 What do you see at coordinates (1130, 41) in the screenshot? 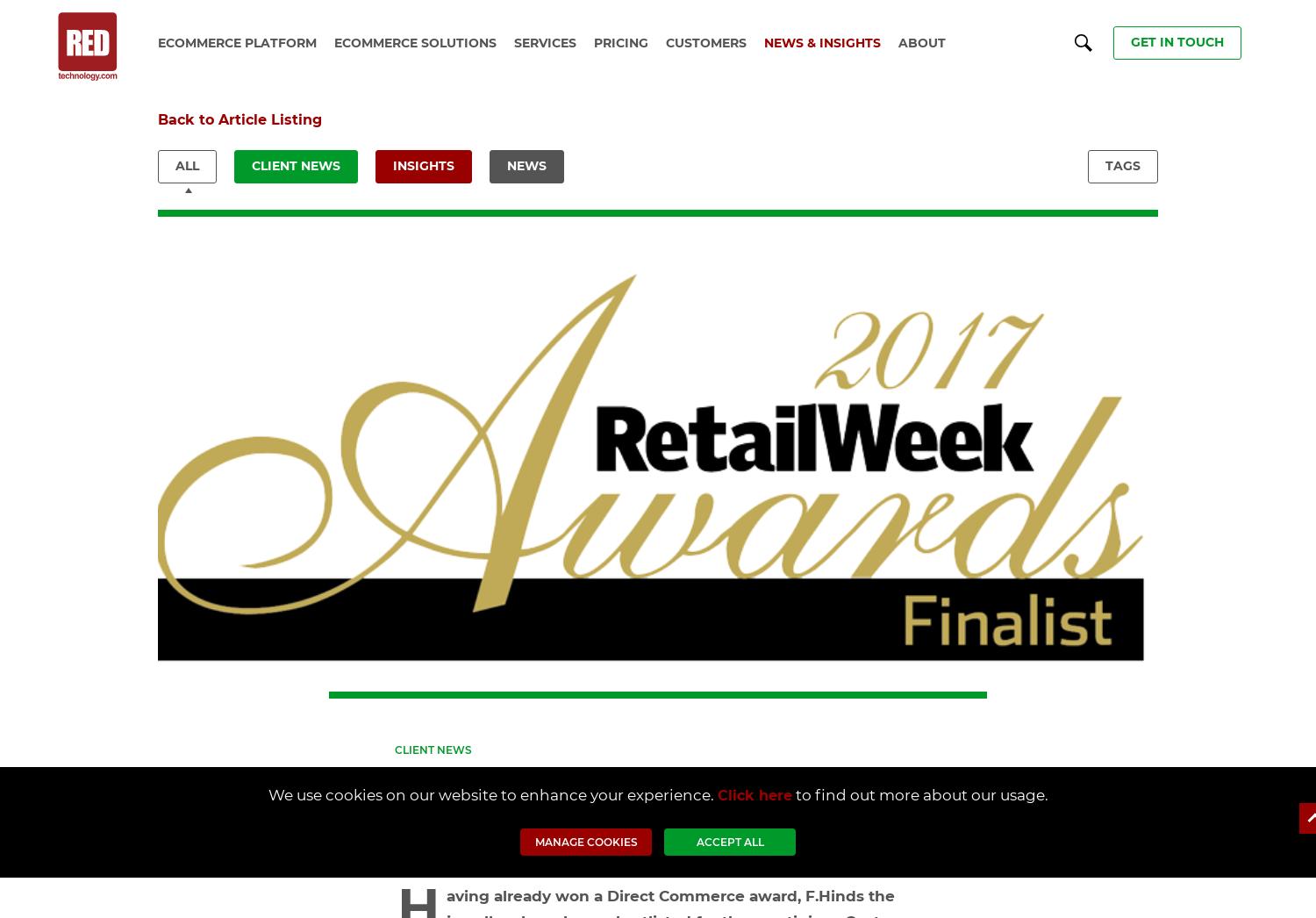
I see `'get in touch'` at bounding box center [1130, 41].